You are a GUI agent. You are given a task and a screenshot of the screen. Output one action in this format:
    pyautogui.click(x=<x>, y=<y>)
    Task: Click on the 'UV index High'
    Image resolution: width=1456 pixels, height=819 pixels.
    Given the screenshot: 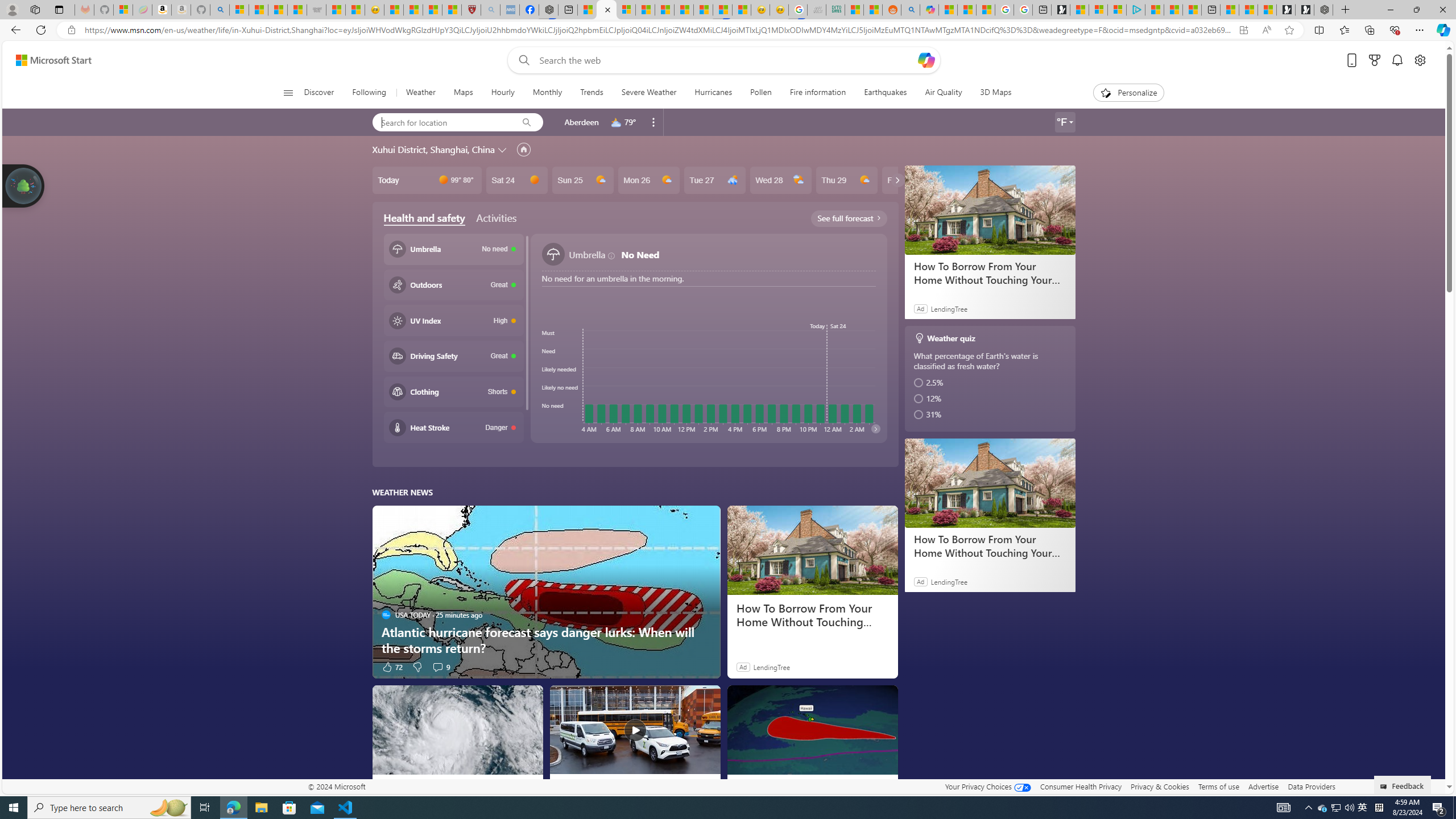 What is the action you would take?
    pyautogui.click(x=453, y=320)
    